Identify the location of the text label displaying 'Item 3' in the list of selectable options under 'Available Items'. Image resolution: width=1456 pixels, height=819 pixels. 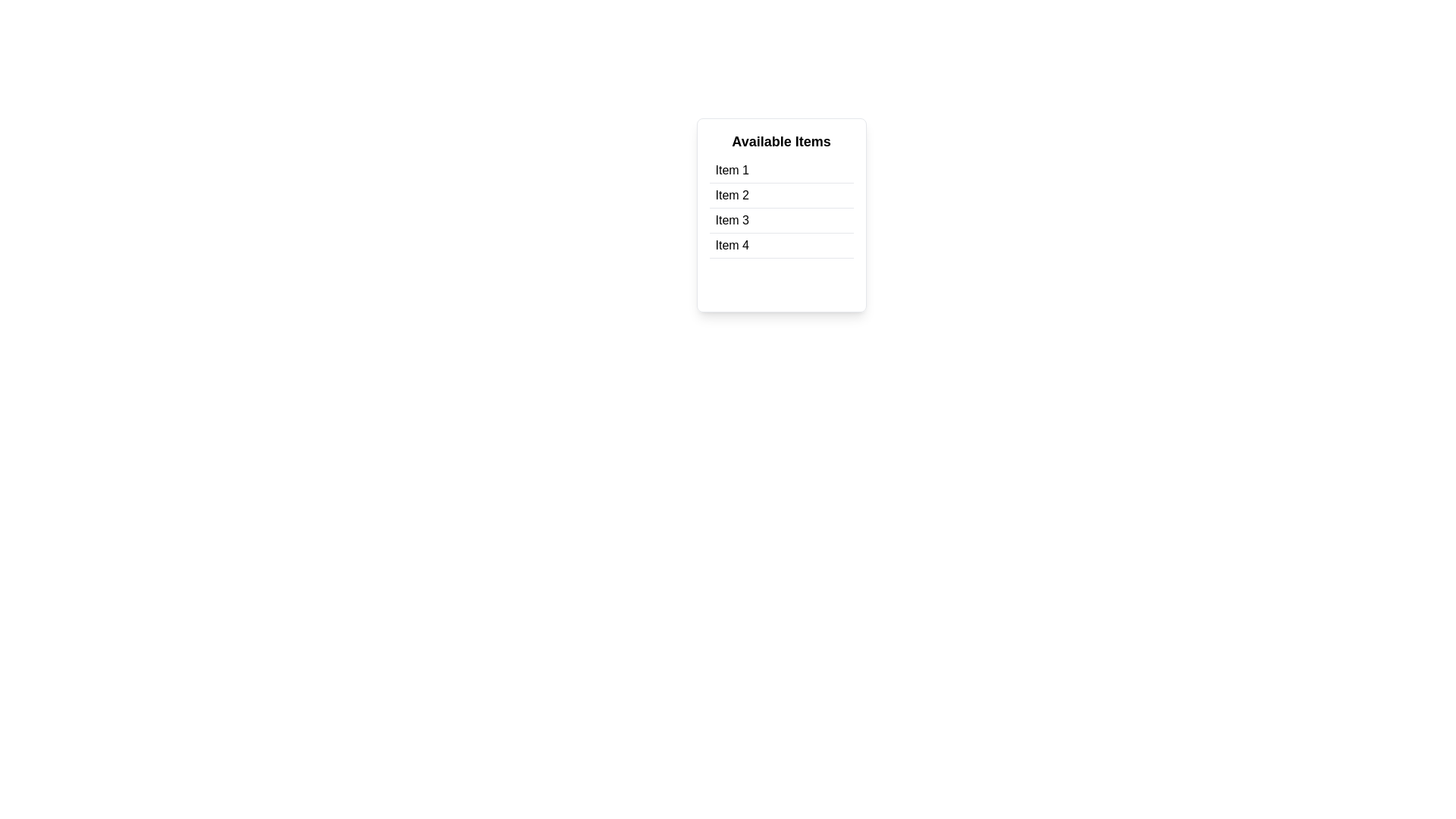
(732, 220).